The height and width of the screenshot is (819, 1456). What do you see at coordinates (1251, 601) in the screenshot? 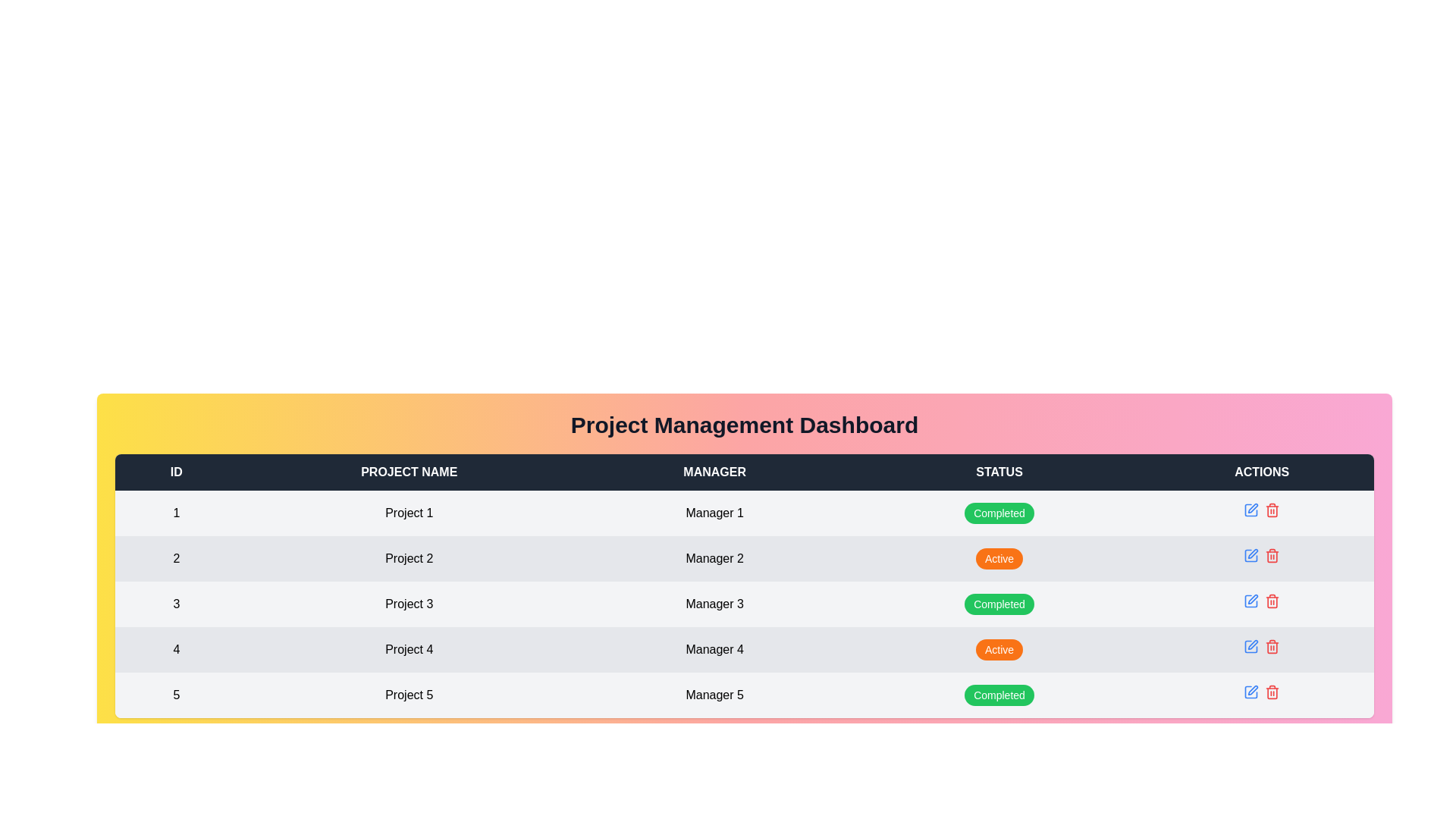
I see `the square outline button in the fourth row of the 'ACTIONS' column` at bounding box center [1251, 601].